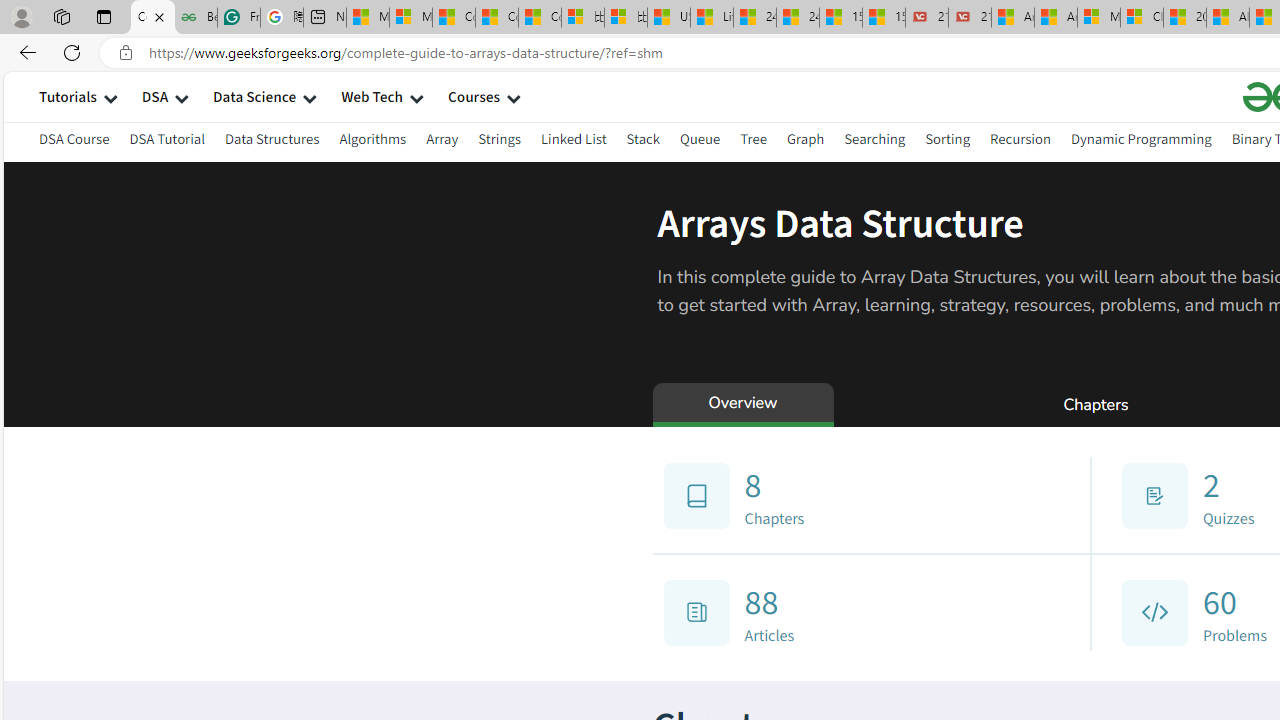 Image resolution: width=1280 pixels, height=720 pixels. Describe the element at coordinates (668, 17) in the screenshot. I see `'USA TODAY - MSN'` at that location.